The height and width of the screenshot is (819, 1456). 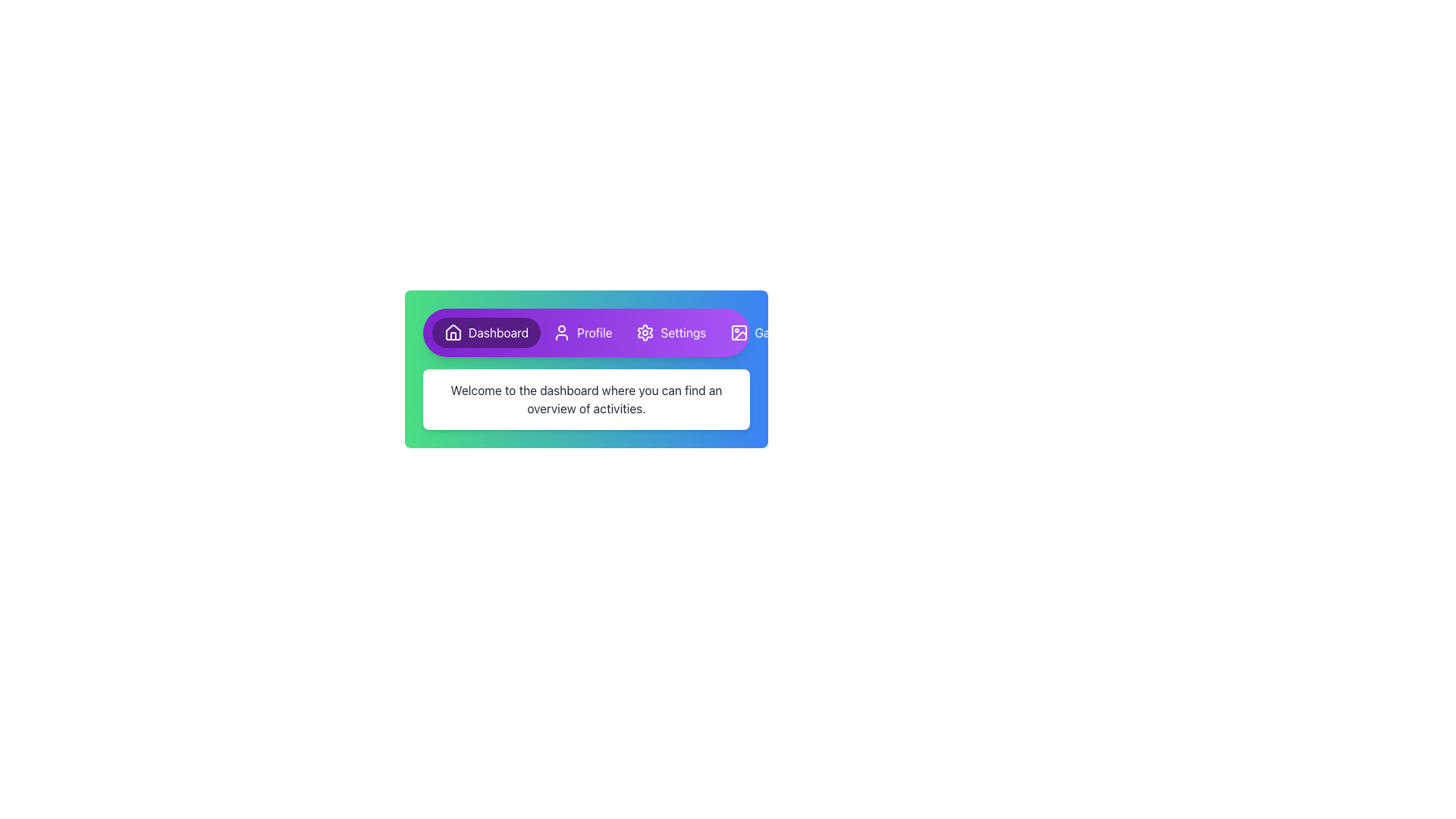 What do you see at coordinates (585, 399) in the screenshot?
I see `text content of the Informational Text Box which contains the message, 'Welcome to the dashboard where you can find an overview of activities.'` at bounding box center [585, 399].